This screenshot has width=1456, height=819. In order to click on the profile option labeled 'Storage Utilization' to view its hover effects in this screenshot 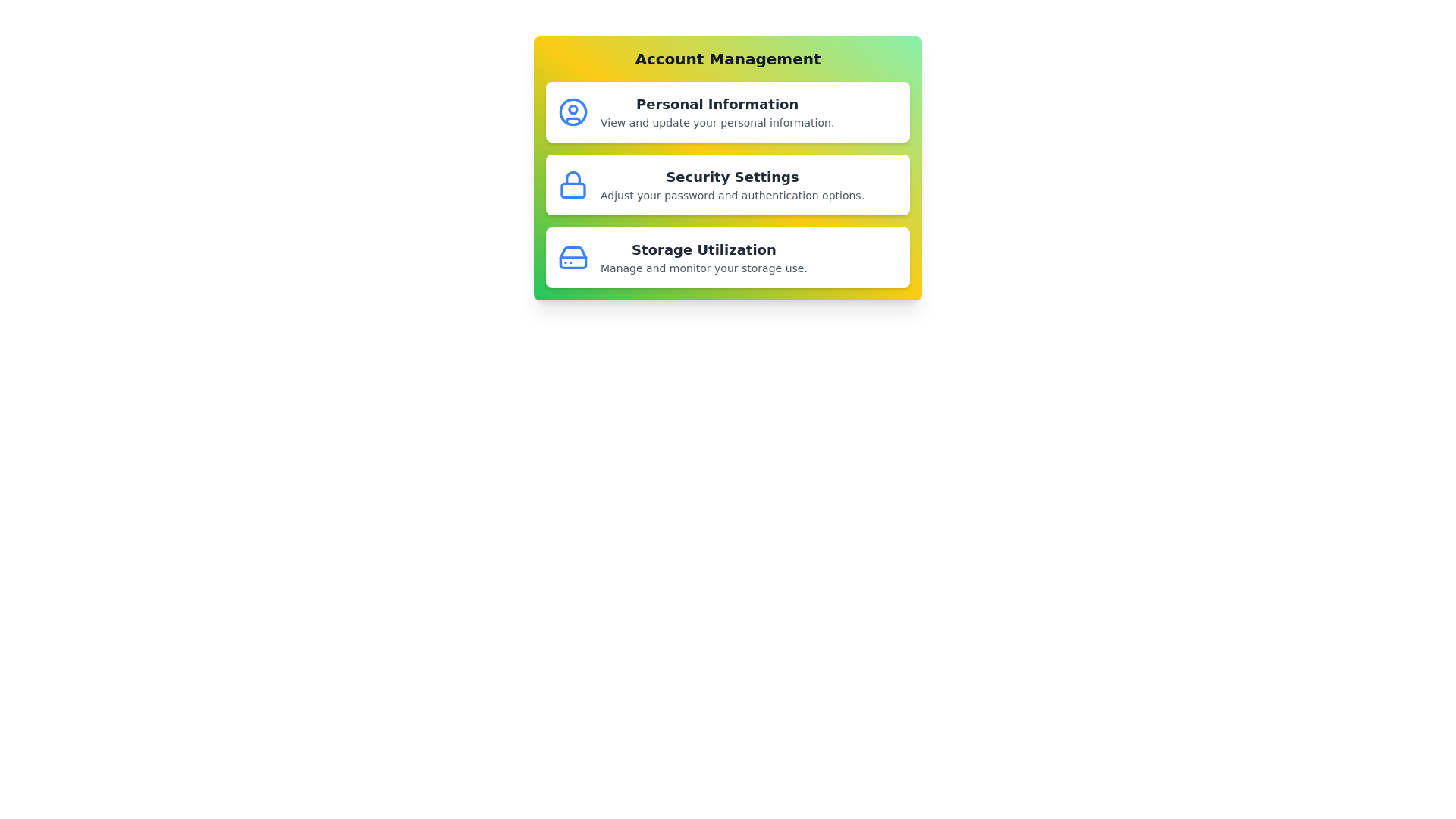, I will do `click(728, 256)`.